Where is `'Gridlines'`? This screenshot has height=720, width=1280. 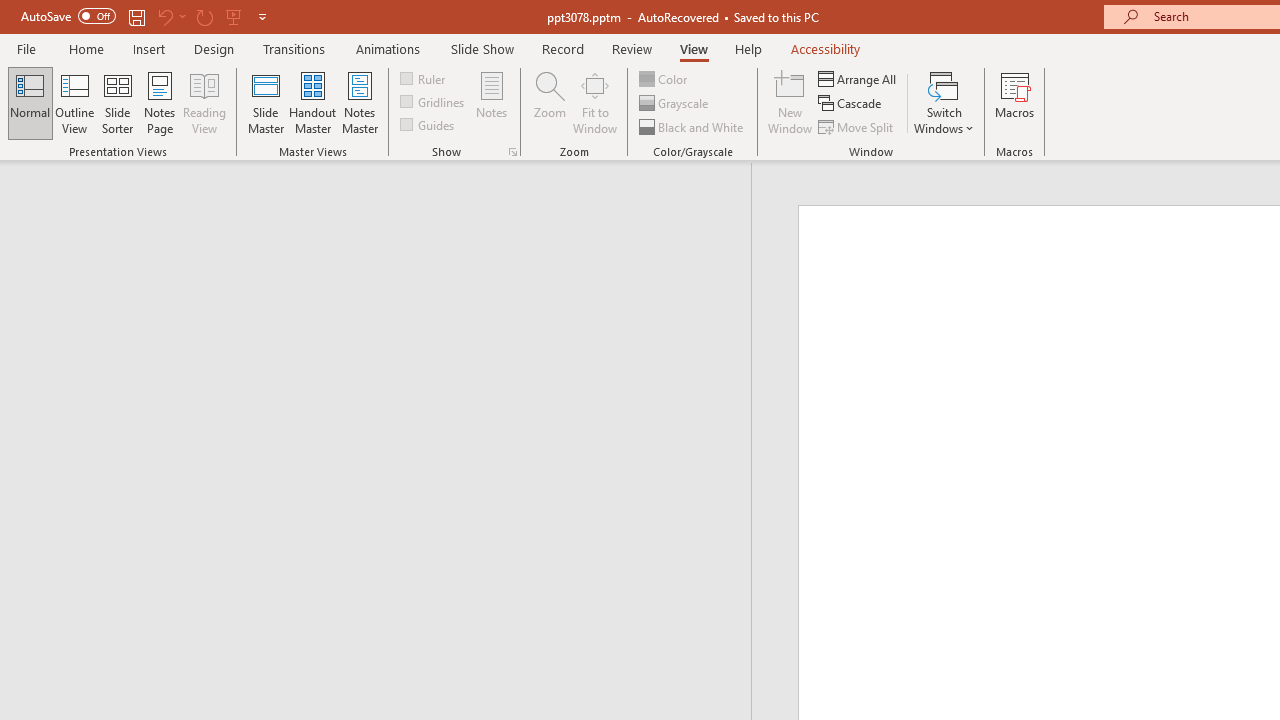
'Gridlines' is located at coordinates (432, 101).